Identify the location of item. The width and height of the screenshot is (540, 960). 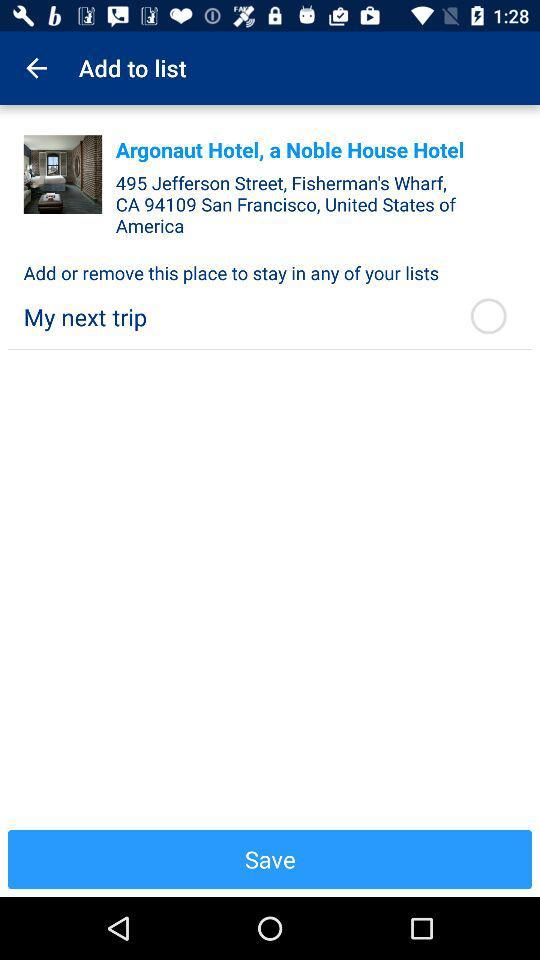
(63, 173).